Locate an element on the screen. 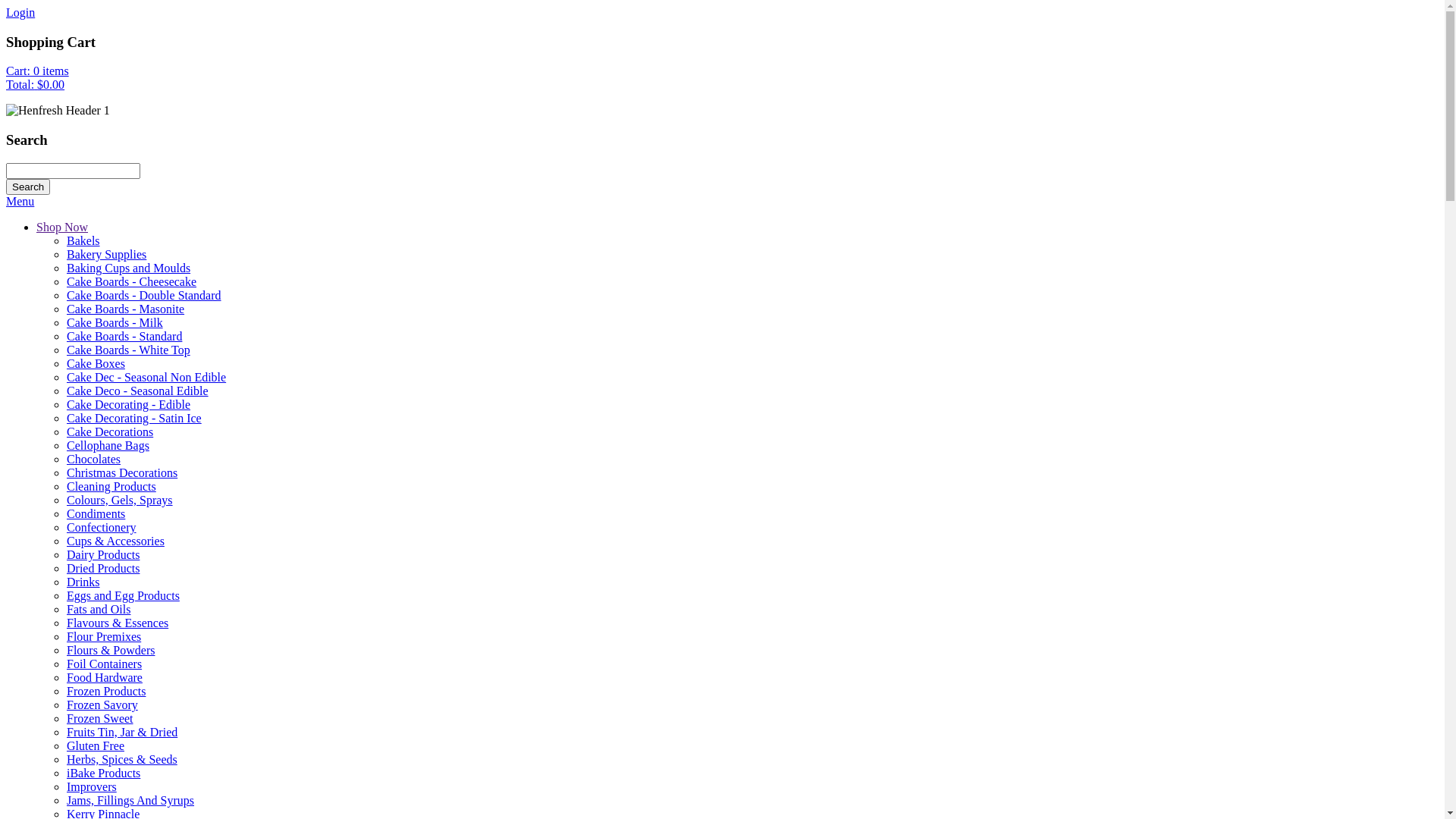 This screenshot has width=1456, height=819. 'Cleaning Products' is located at coordinates (111, 486).